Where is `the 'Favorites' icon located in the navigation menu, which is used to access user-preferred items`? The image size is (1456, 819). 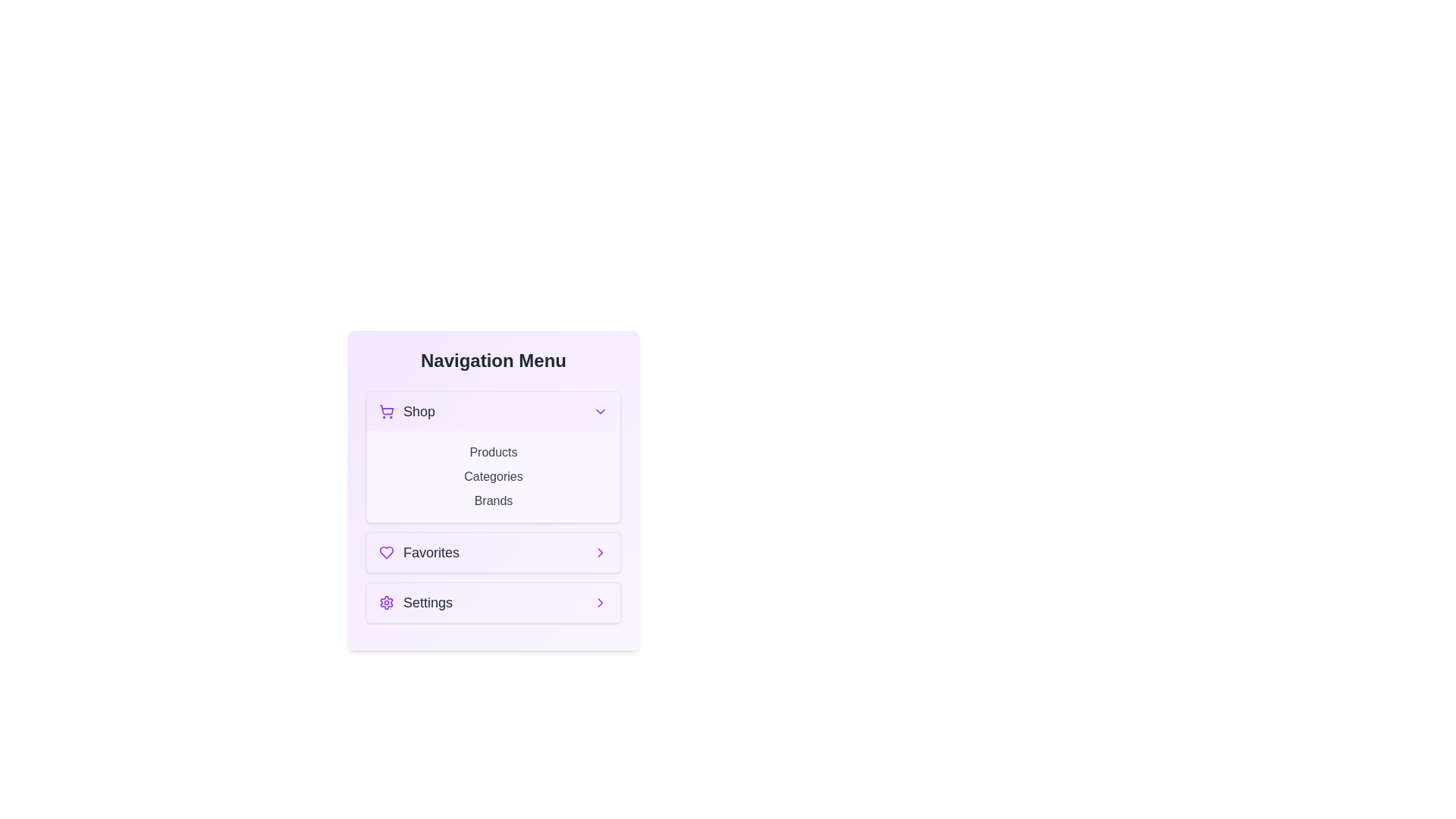
the 'Favorites' icon located in the navigation menu, which is used to access user-preferred items is located at coordinates (386, 553).